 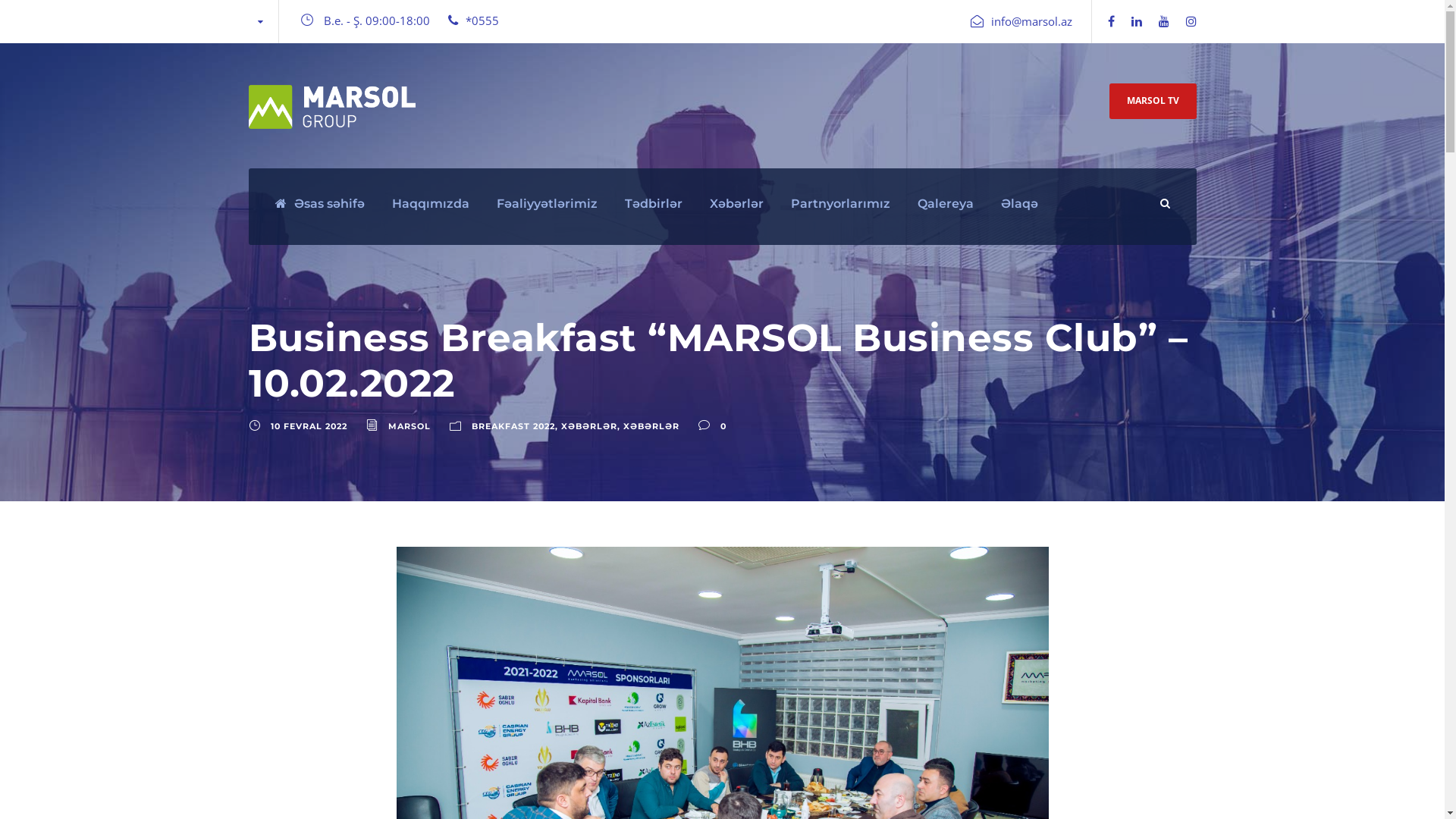 I want to click on 'Qalereya', so click(x=945, y=219).